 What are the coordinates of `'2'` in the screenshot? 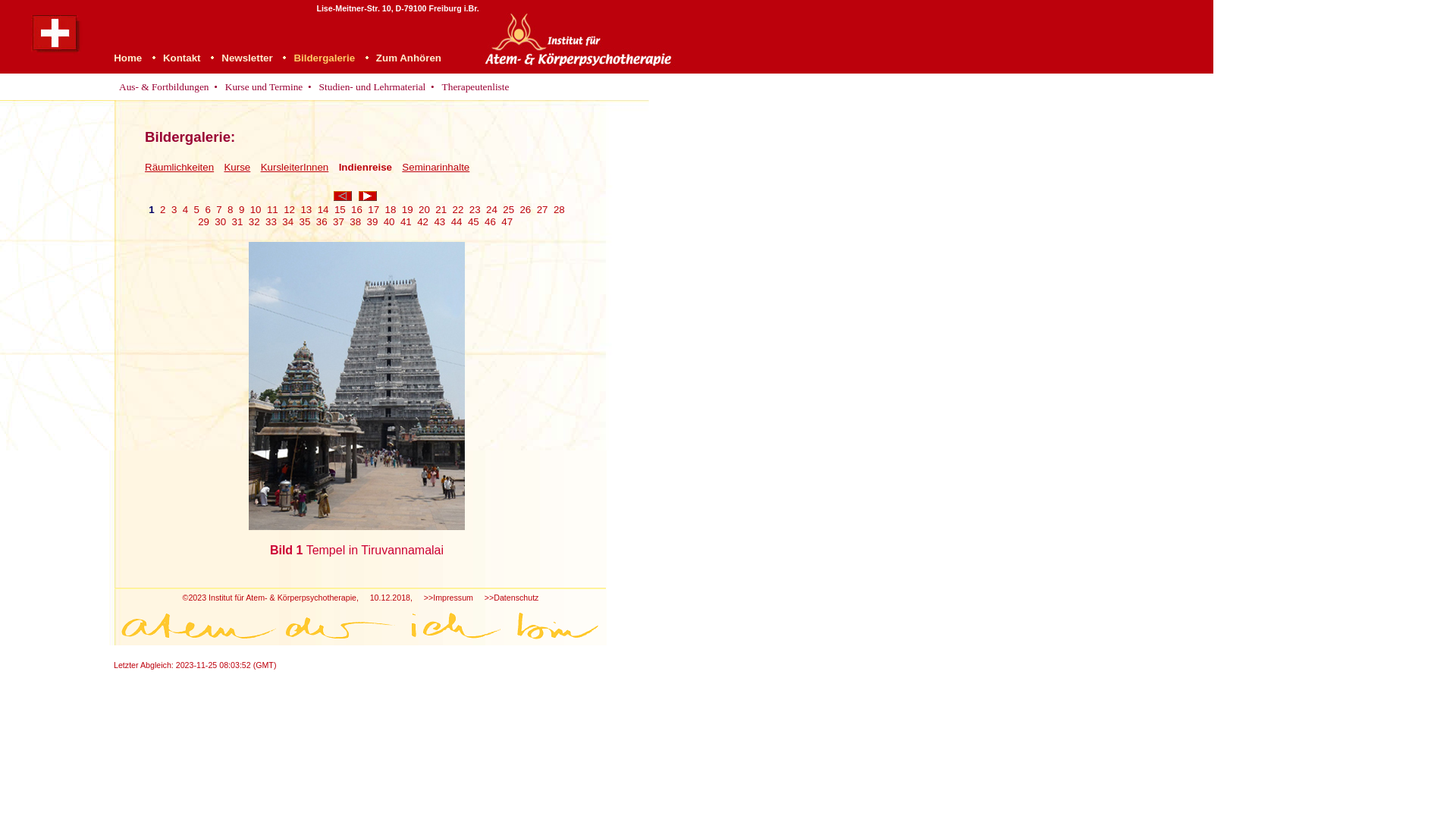 It's located at (160, 209).